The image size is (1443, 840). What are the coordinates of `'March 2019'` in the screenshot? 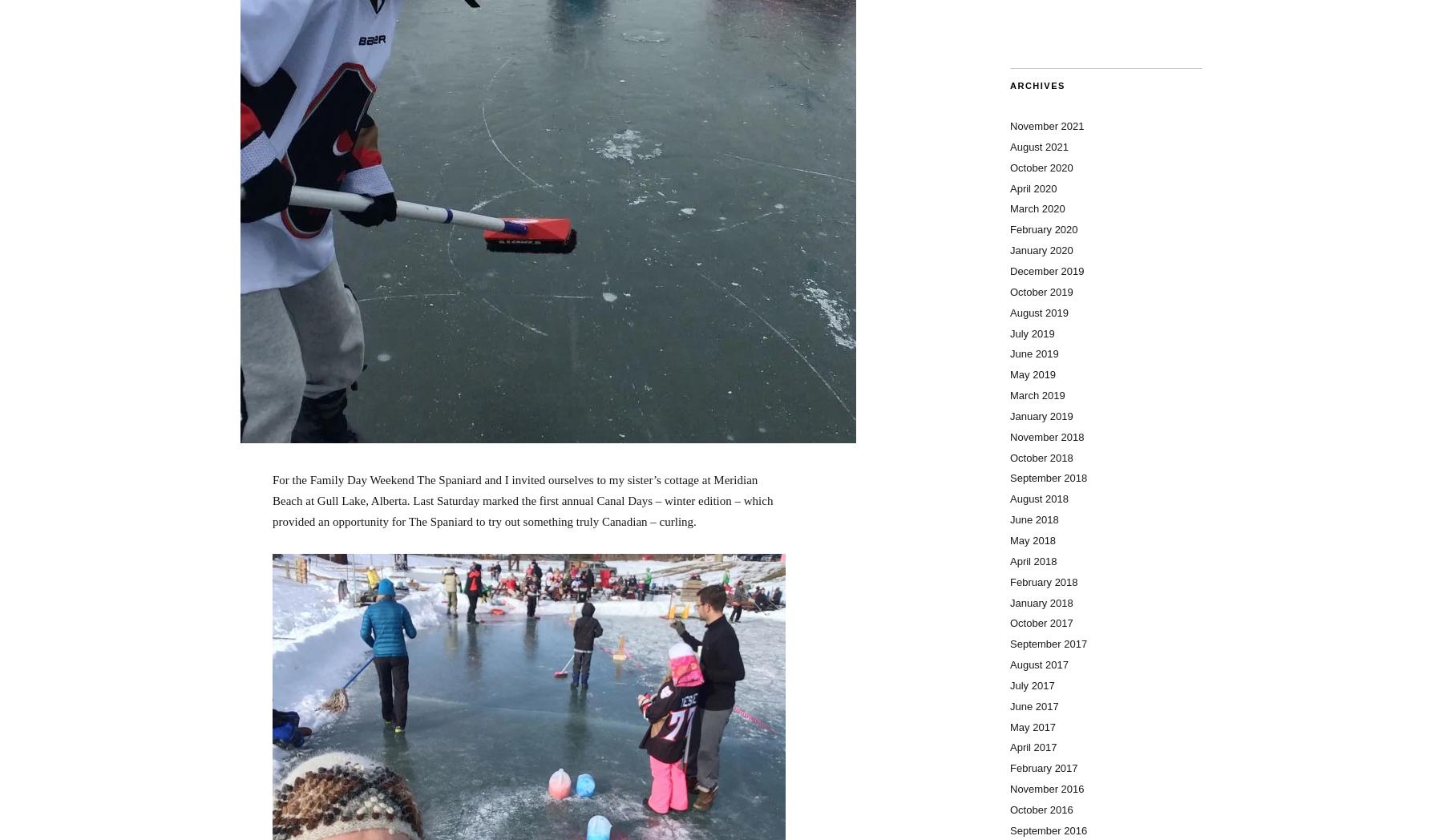 It's located at (1037, 395).